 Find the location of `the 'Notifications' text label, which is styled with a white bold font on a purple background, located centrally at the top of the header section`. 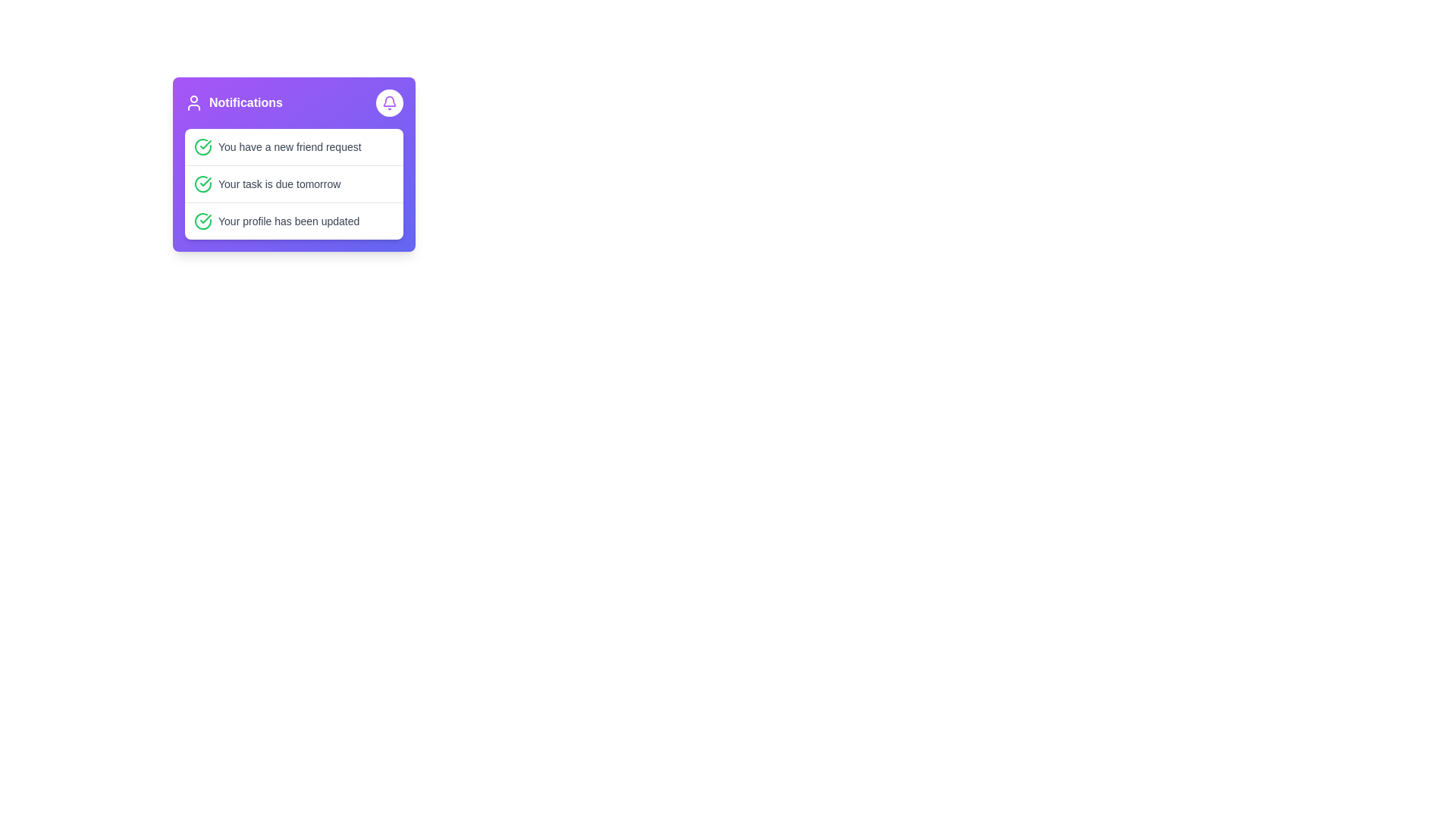

the 'Notifications' text label, which is styled with a white bold font on a purple background, located centrally at the top of the header section is located at coordinates (246, 102).